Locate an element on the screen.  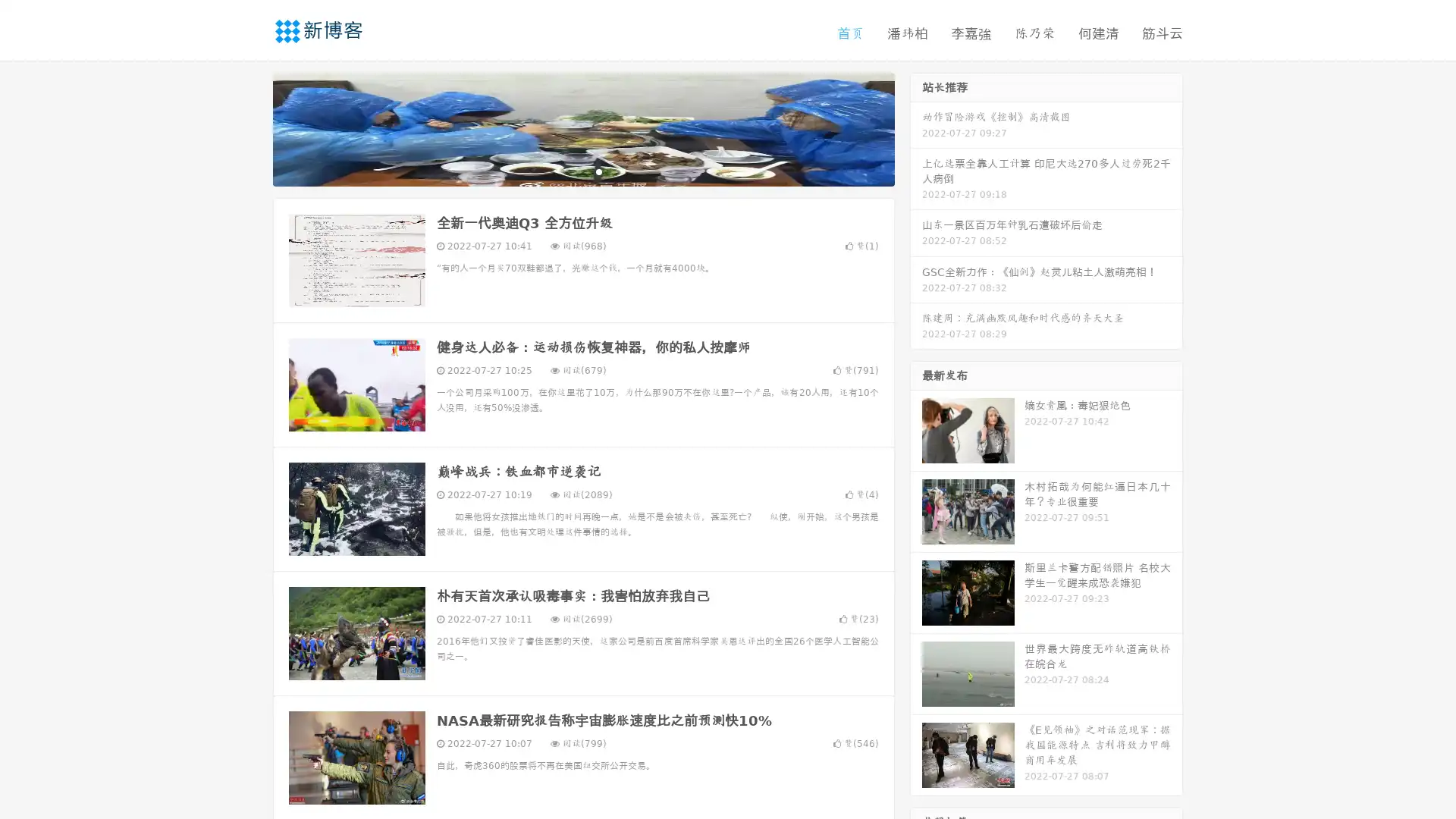
Go to slide 2 is located at coordinates (582, 171).